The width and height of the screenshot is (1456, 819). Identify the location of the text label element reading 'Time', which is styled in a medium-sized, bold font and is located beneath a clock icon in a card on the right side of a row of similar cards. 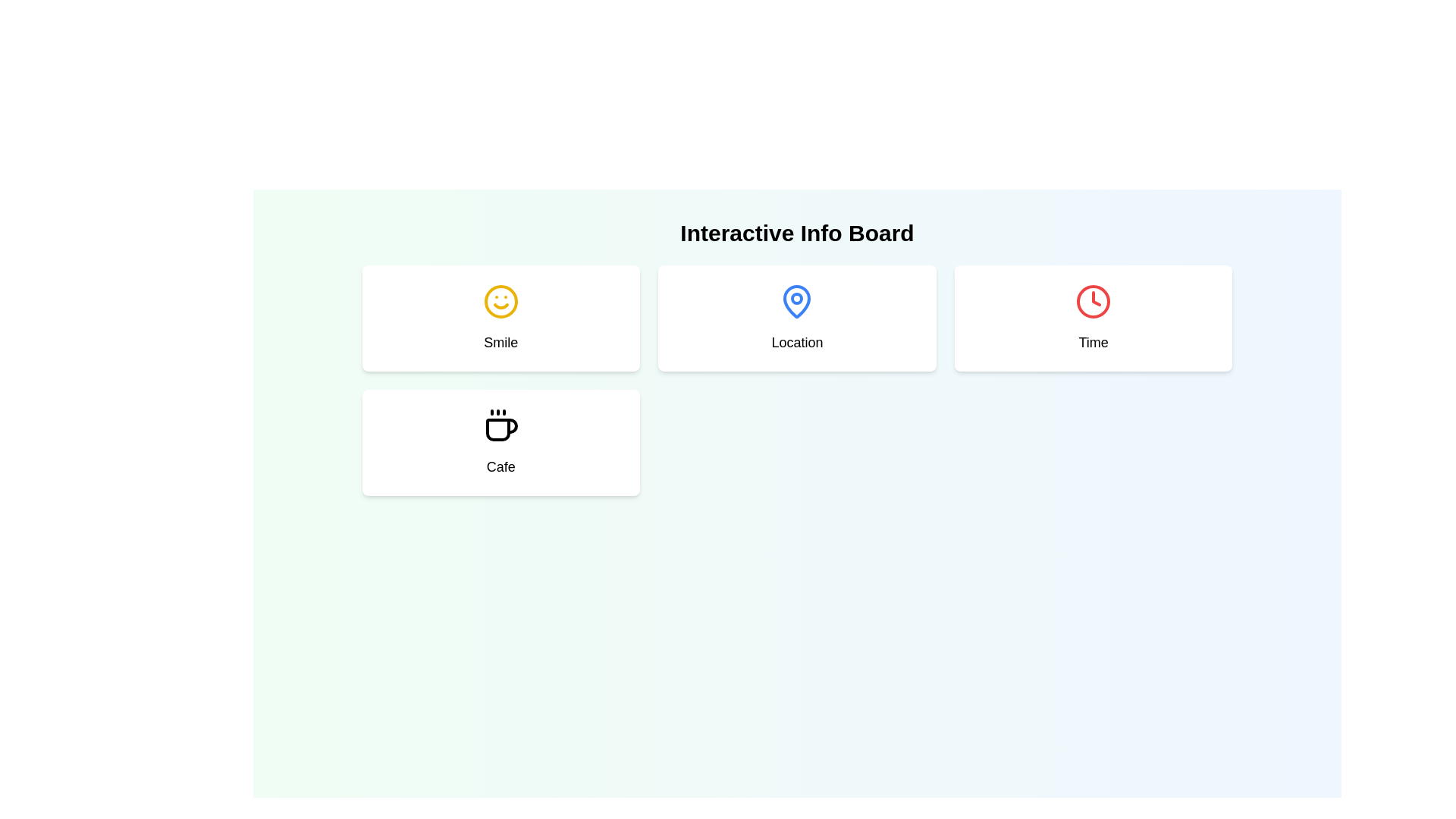
(1094, 342).